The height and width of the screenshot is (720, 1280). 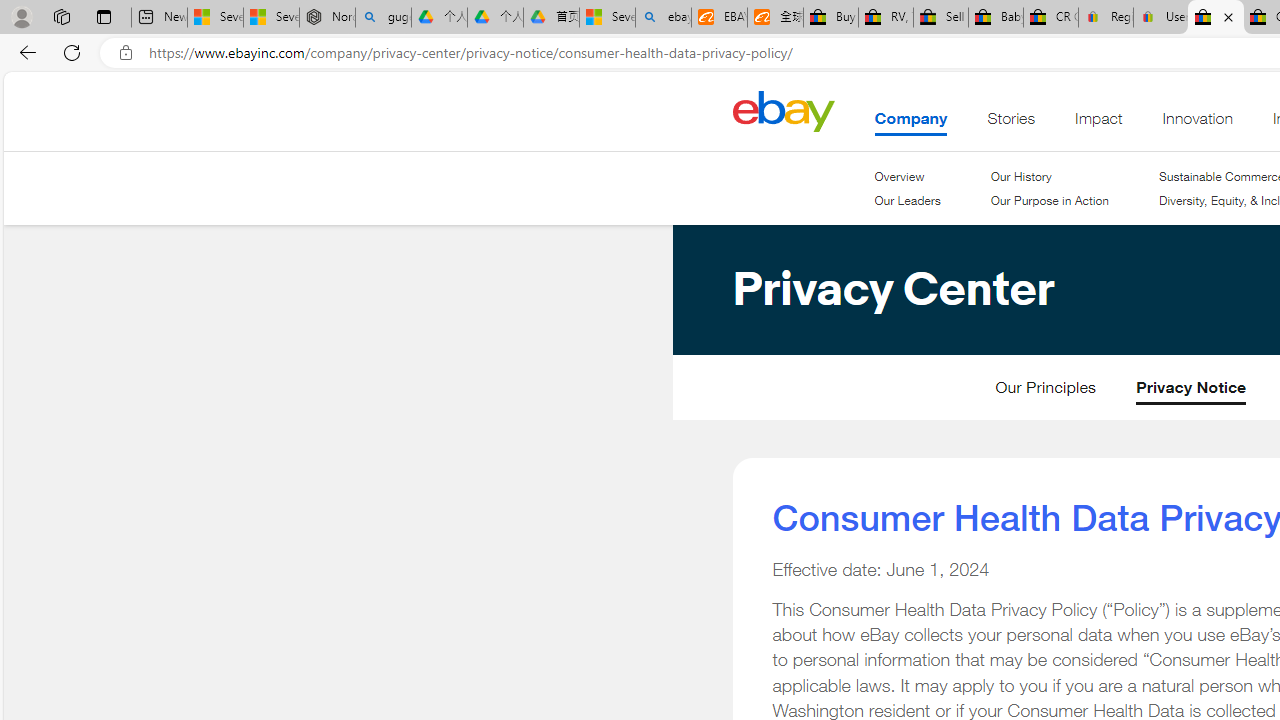 What do you see at coordinates (1011, 123) in the screenshot?
I see `'Stories'` at bounding box center [1011, 123].